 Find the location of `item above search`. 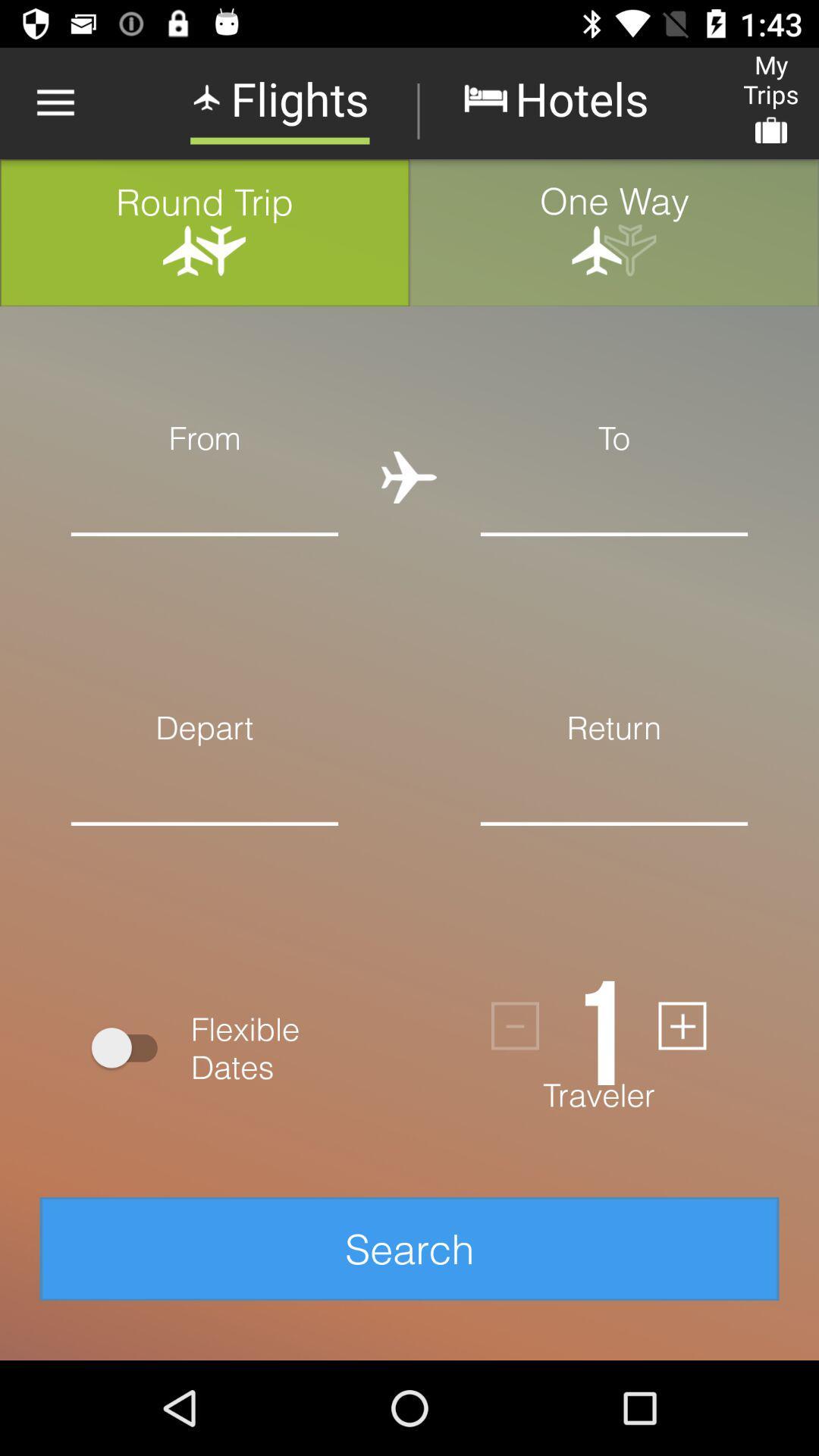

item above search is located at coordinates (598, 1026).